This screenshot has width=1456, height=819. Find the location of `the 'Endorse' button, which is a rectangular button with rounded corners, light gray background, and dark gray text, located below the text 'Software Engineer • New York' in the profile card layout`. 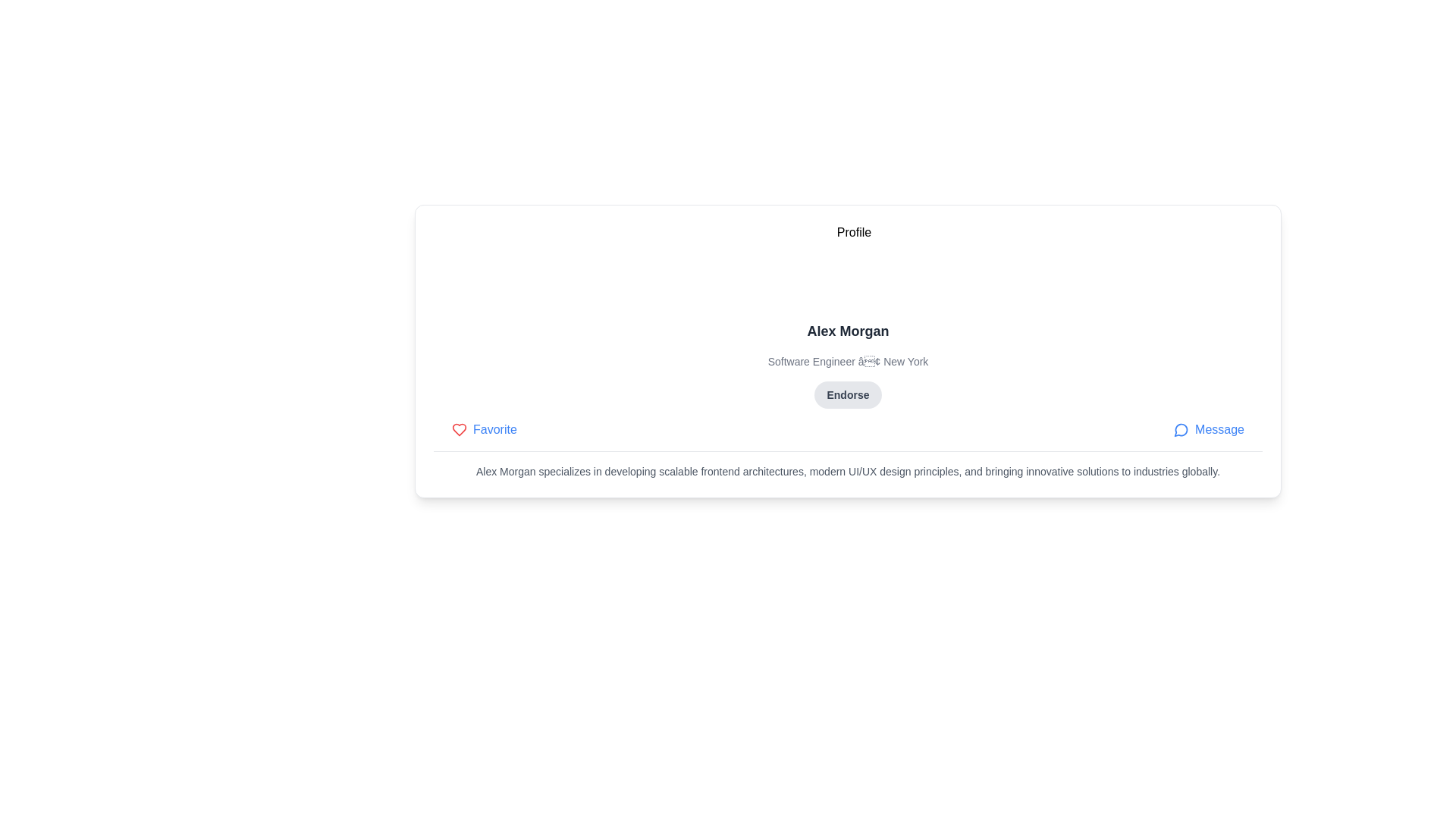

the 'Endorse' button, which is a rectangular button with rounded corners, light gray background, and dark gray text, located below the text 'Software Engineer • New York' in the profile card layout is located at coordinates (847, 394).